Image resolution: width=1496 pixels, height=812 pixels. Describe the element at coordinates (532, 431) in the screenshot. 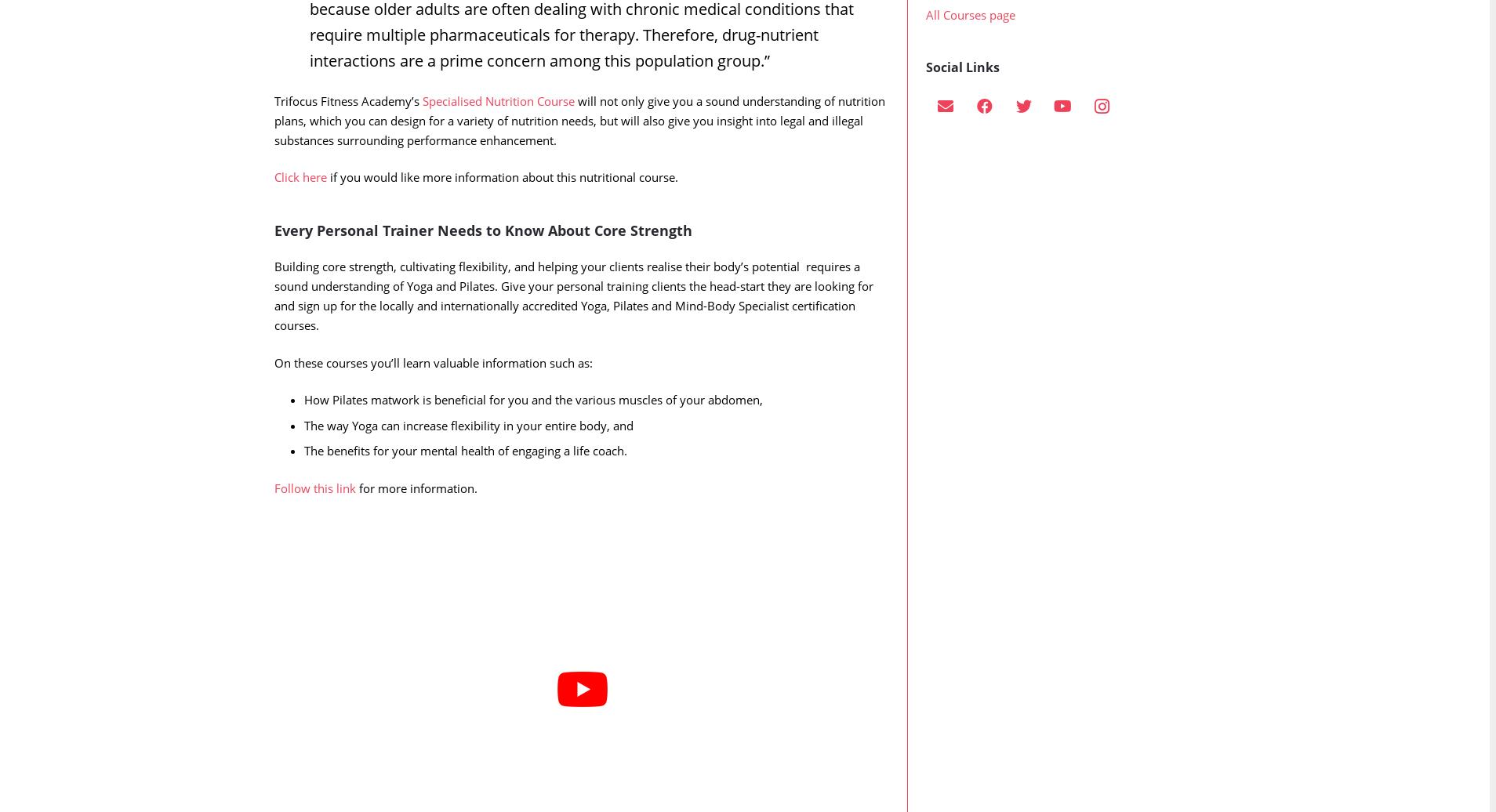

I see `'How Pilates matwork is beneficial for you and the various muscles of your abdomen,'` at that location.